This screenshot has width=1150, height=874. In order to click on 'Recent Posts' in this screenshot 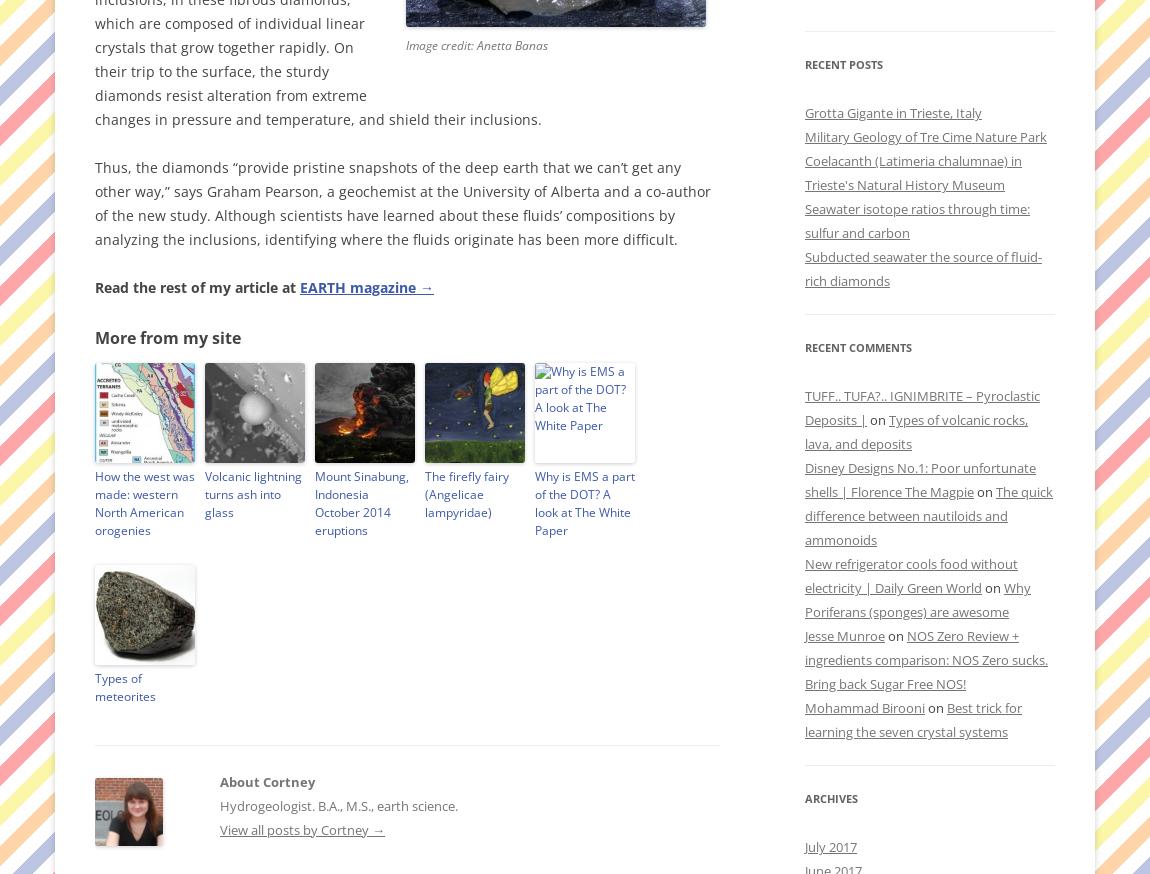, I will do `click(842, 63)`.